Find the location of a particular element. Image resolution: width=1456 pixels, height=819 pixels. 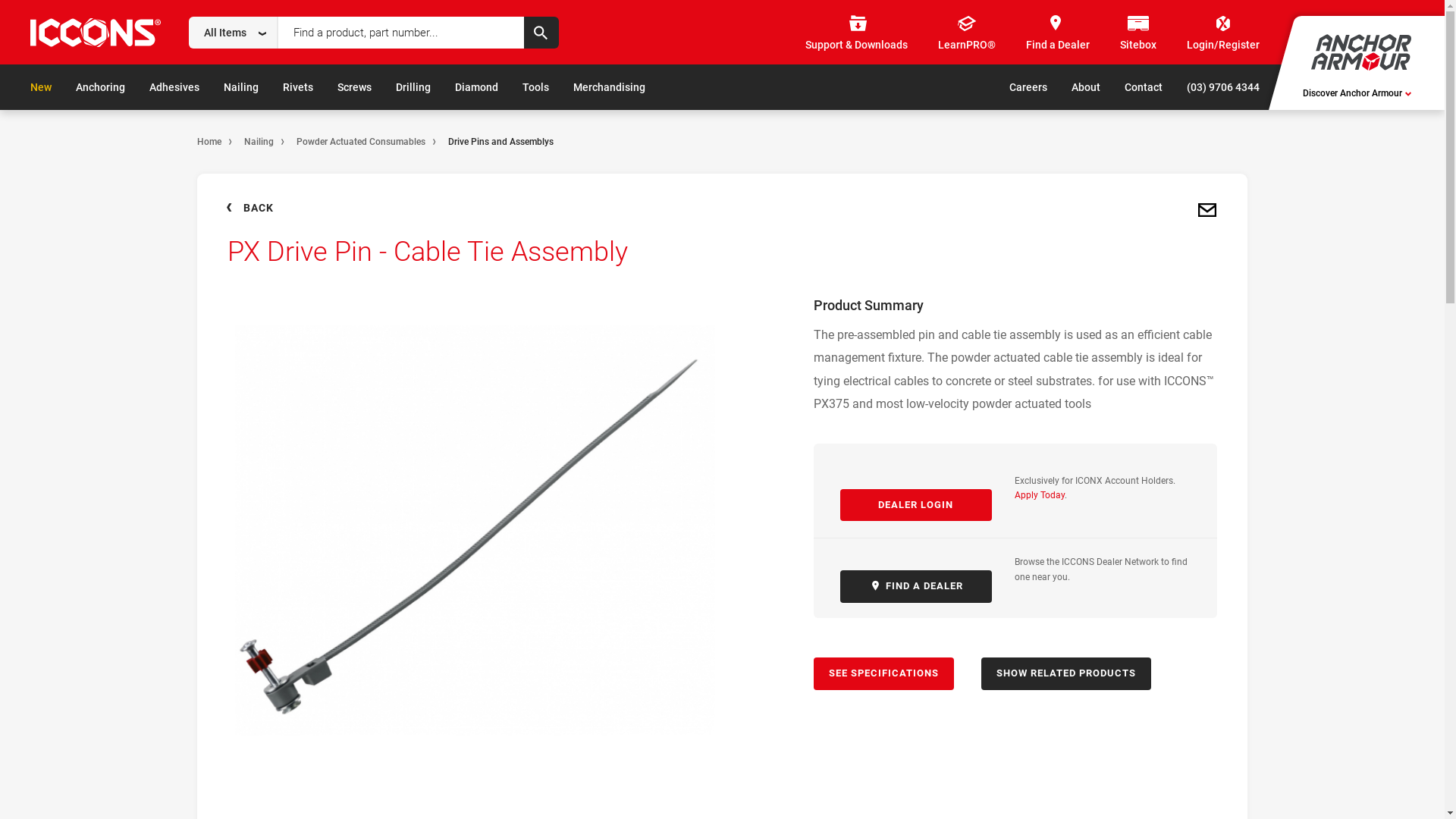

'Rivets' is located at coordinates (298, 87).